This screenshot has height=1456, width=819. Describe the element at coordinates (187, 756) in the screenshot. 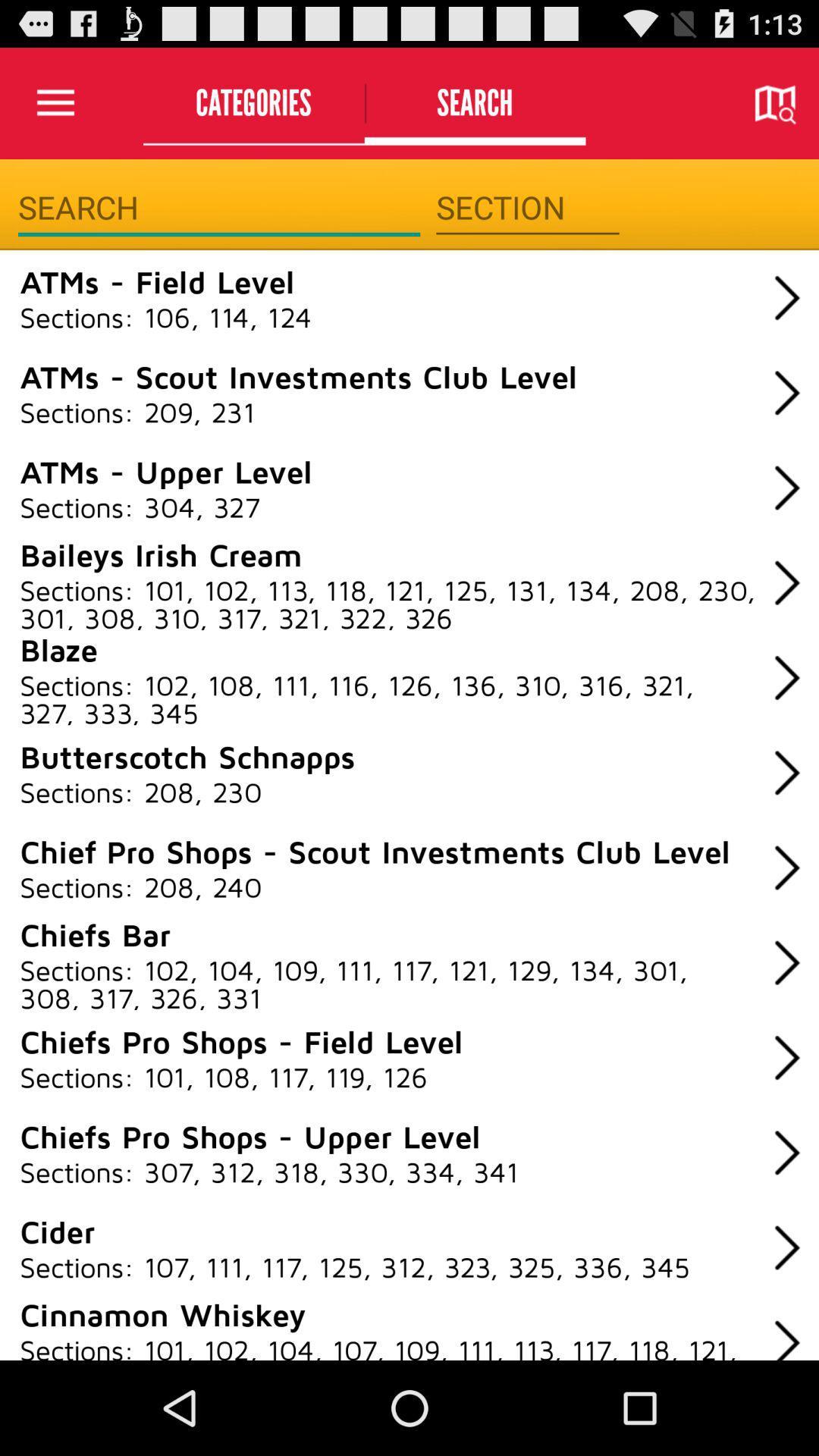

I see `the icon below sections 102 108` at that location.